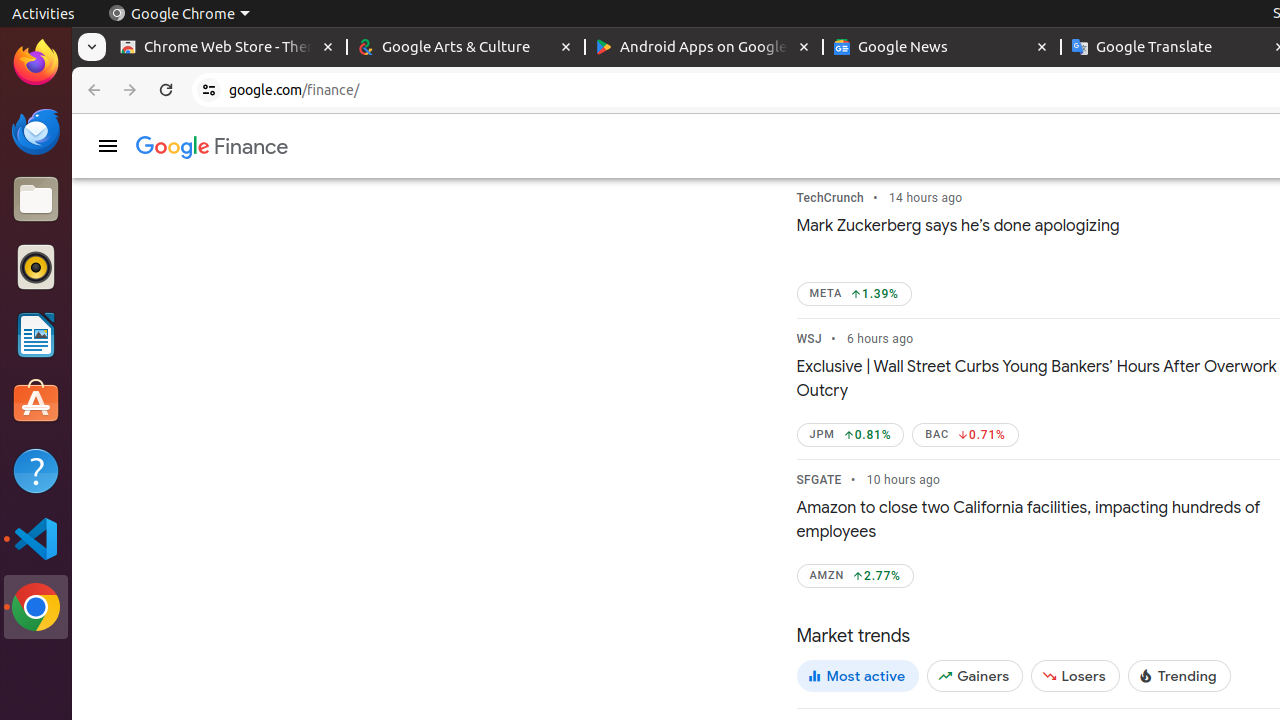  Describe the element at coordinates (35, 403) in the screenshot. I see `'Ubuntu Software'` at that location.